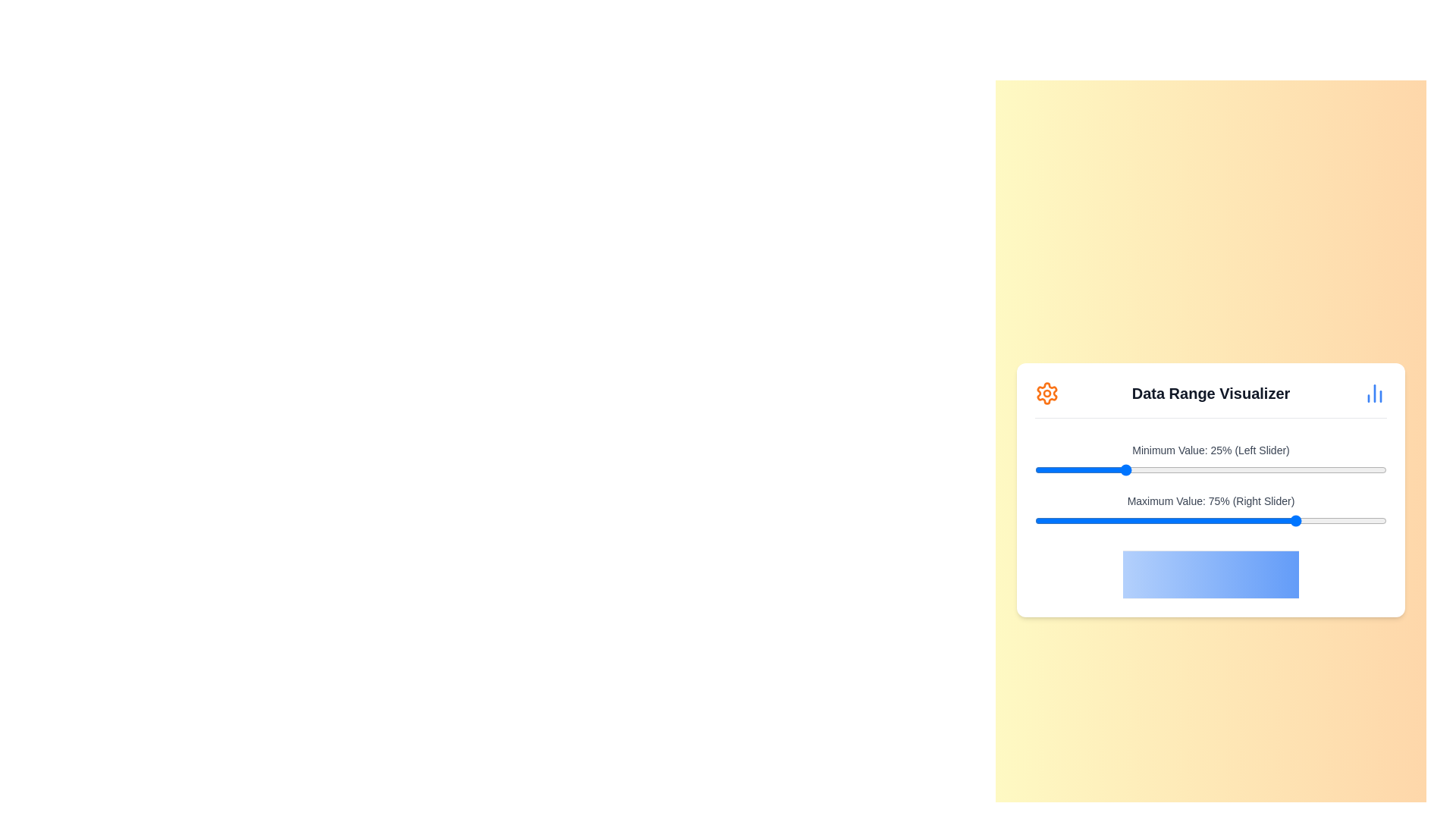 The height and width of the screenshot is (819, 1456). I want to click on the orange gear-shaped icon with a cogwheel design located in the upper left corner of the card's header area, so click(1046, 391).